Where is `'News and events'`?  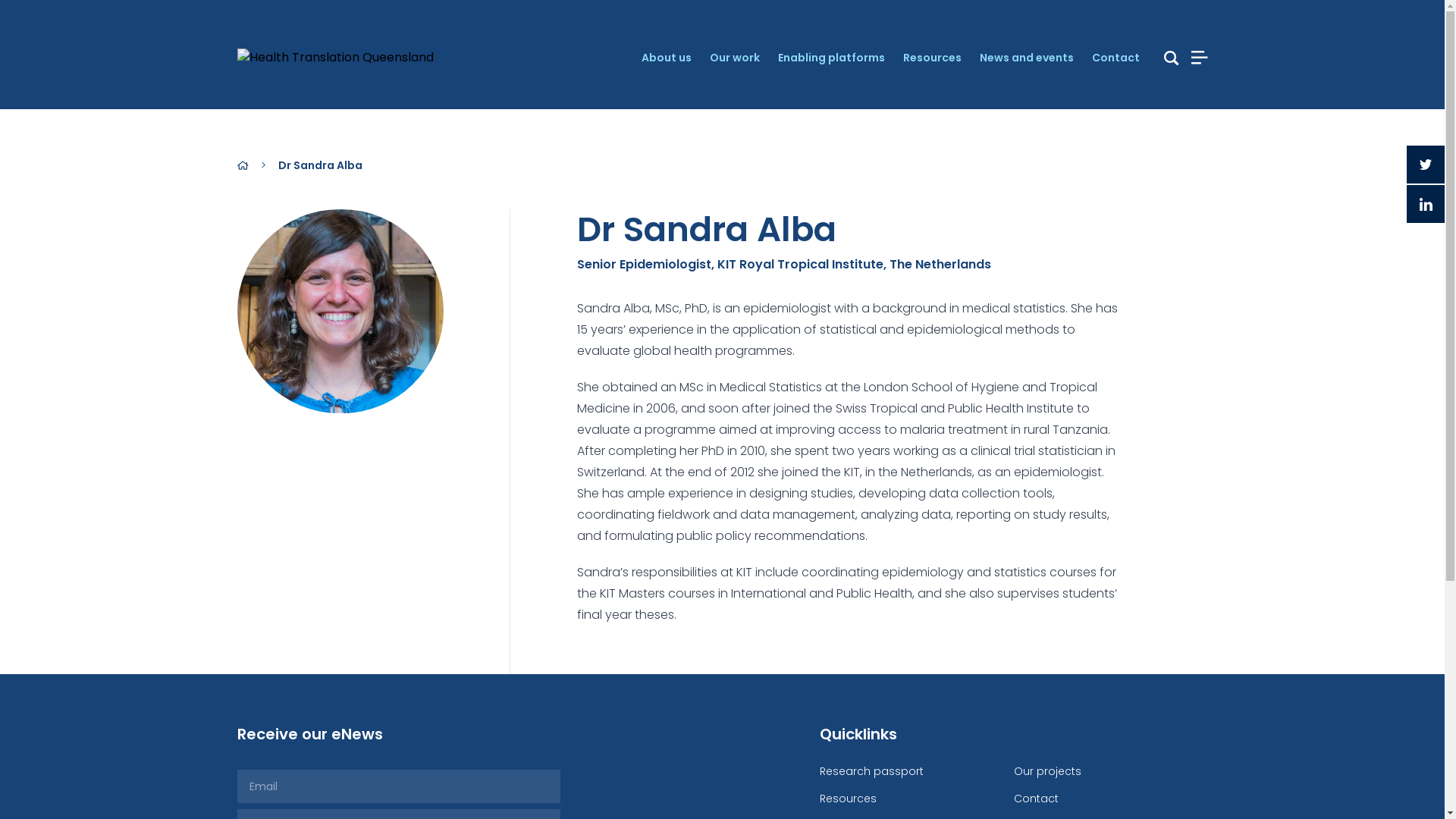 'News and events' is located at coordinates (1026, 57).